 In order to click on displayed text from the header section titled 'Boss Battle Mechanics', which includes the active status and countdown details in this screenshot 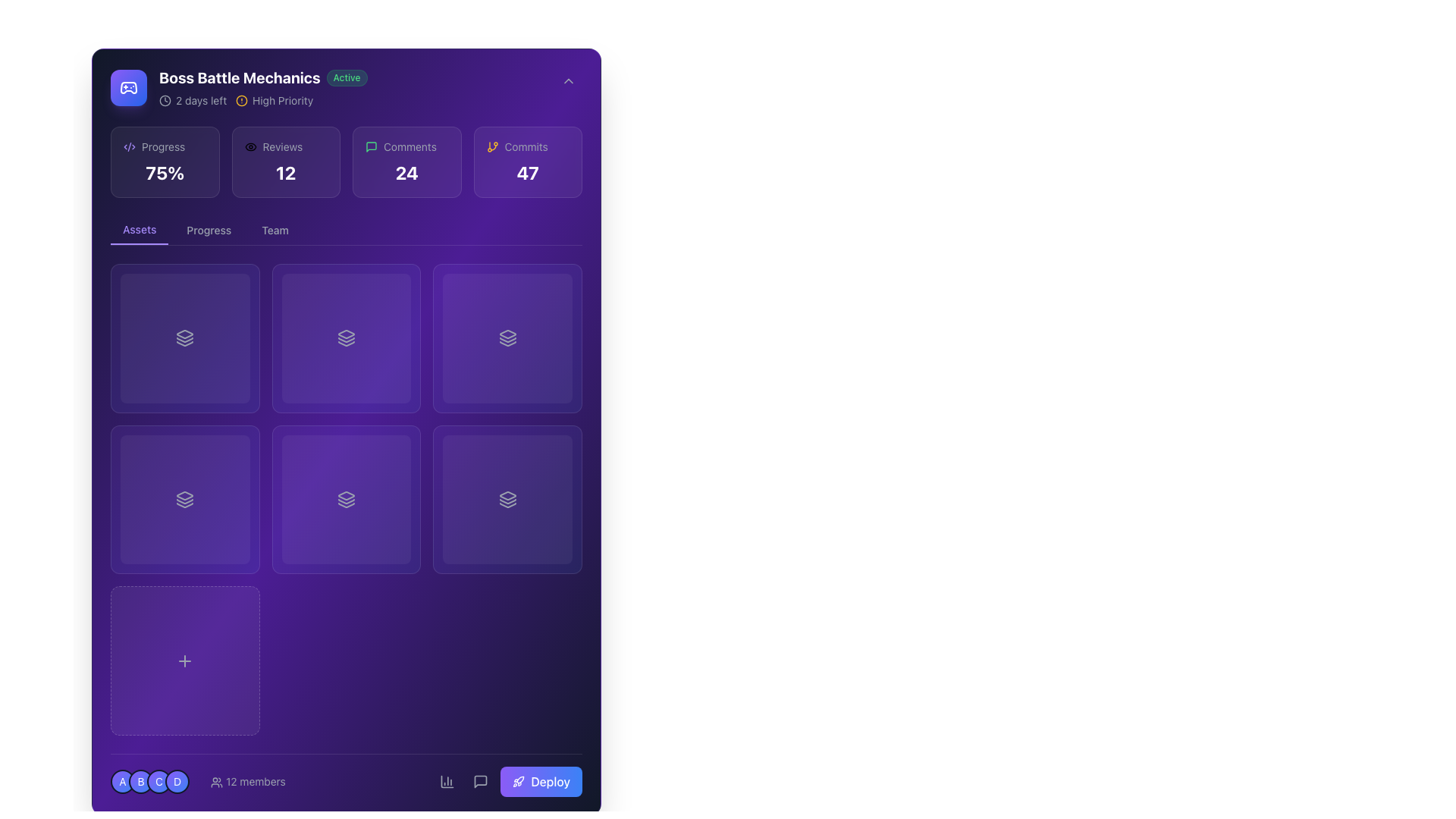, I will do `click(345, 87)`.